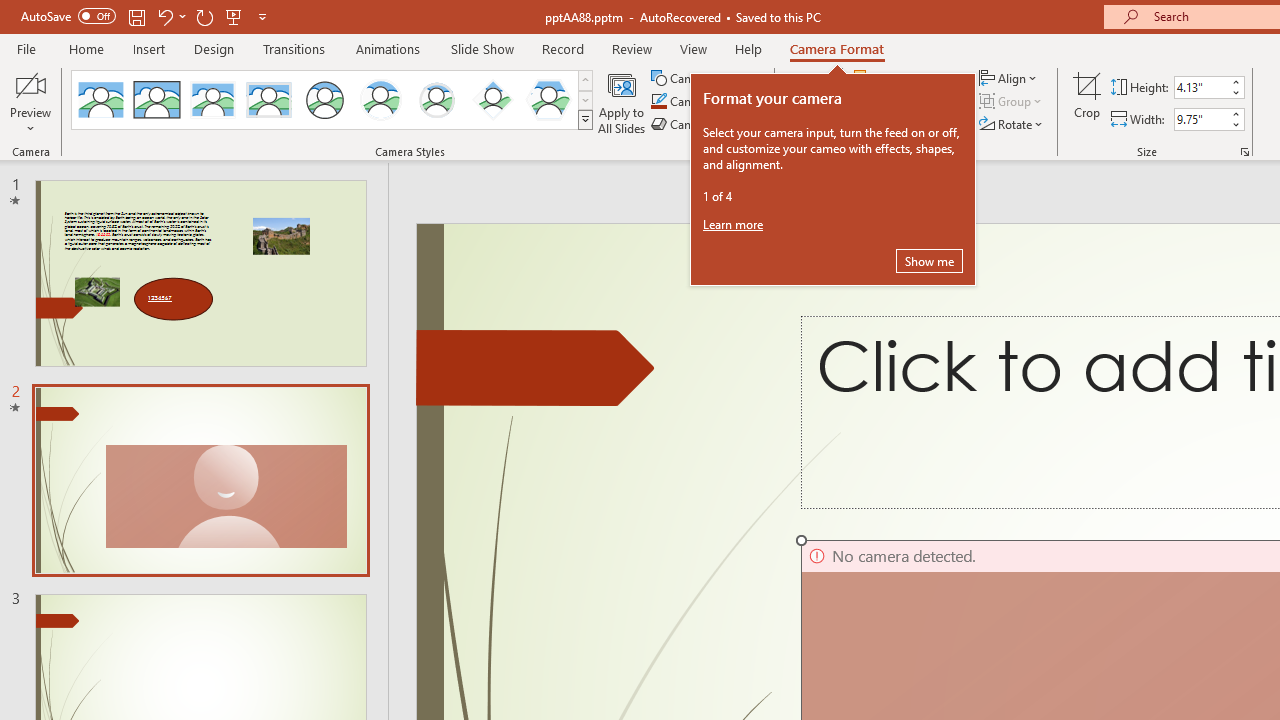 The width and height of the screenshot is (1280, 720). What do you see at coordinates (621, 103) in the screenshot?
I see `'Apply to All Slides'` at bounding box center [621, 103].